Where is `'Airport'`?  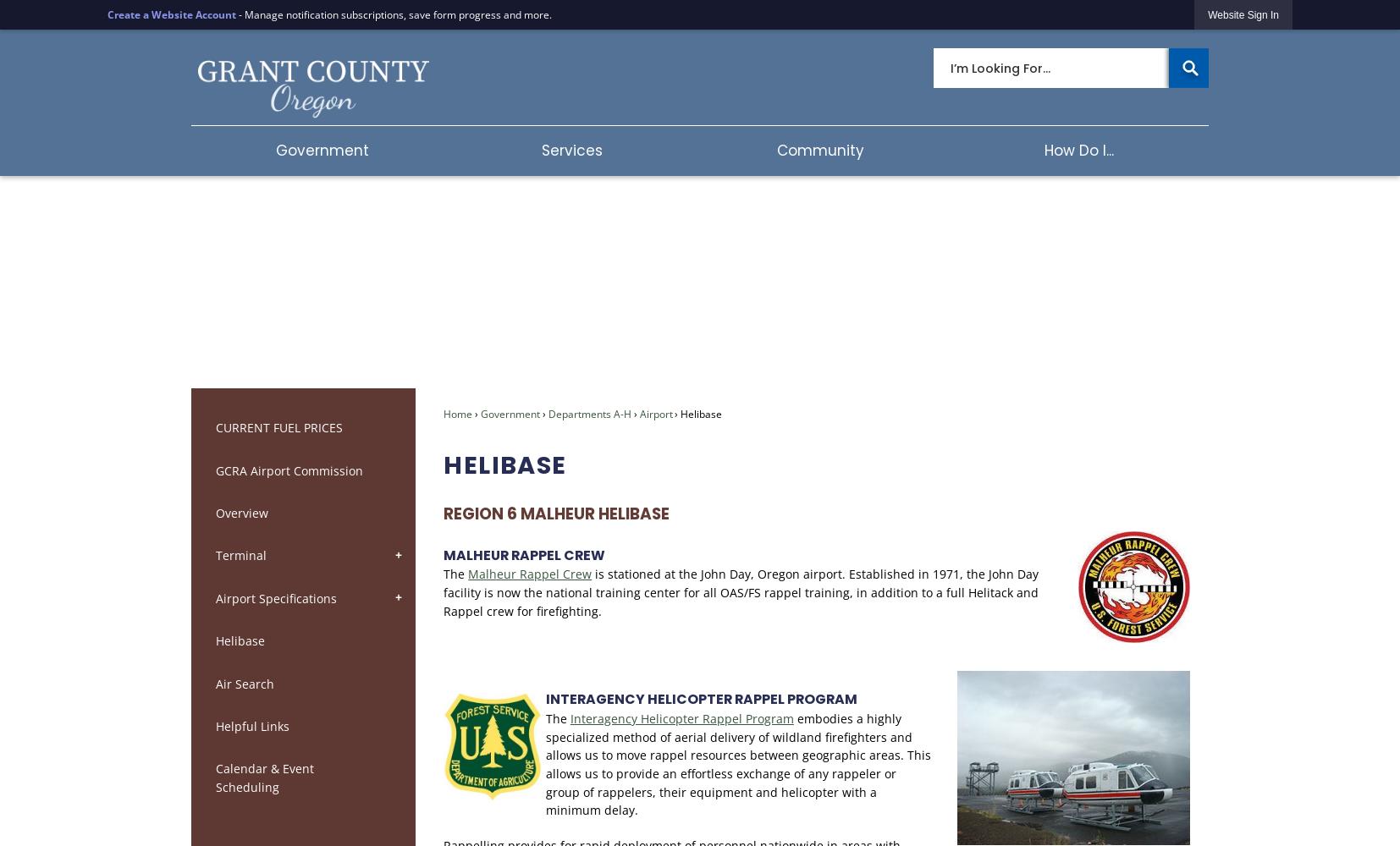 'Airport' is located at coordinates (655, 412).